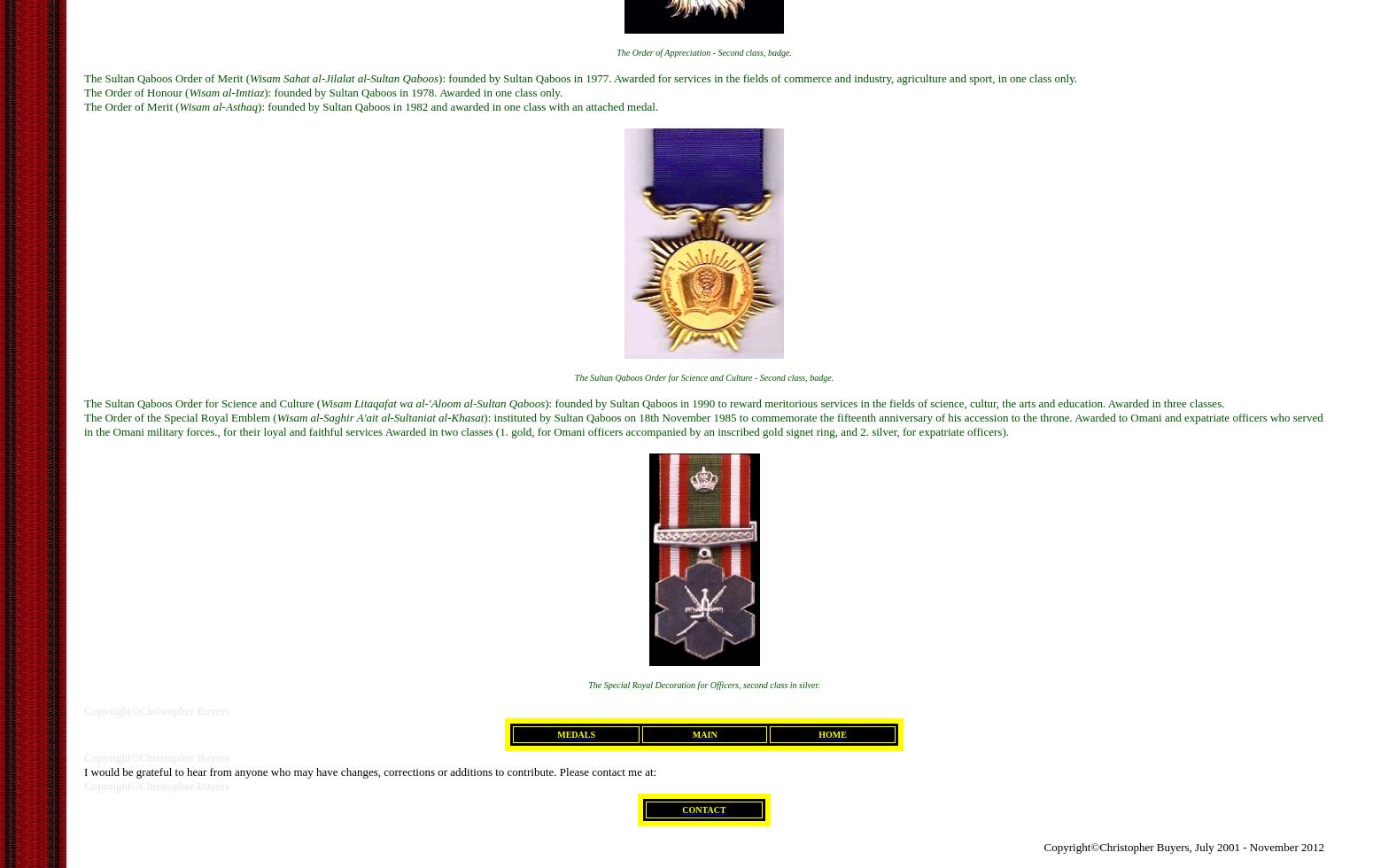 This screenshot has height=868, width=1373. I want to click on 'The Order of Merit (', so click(131, 105).